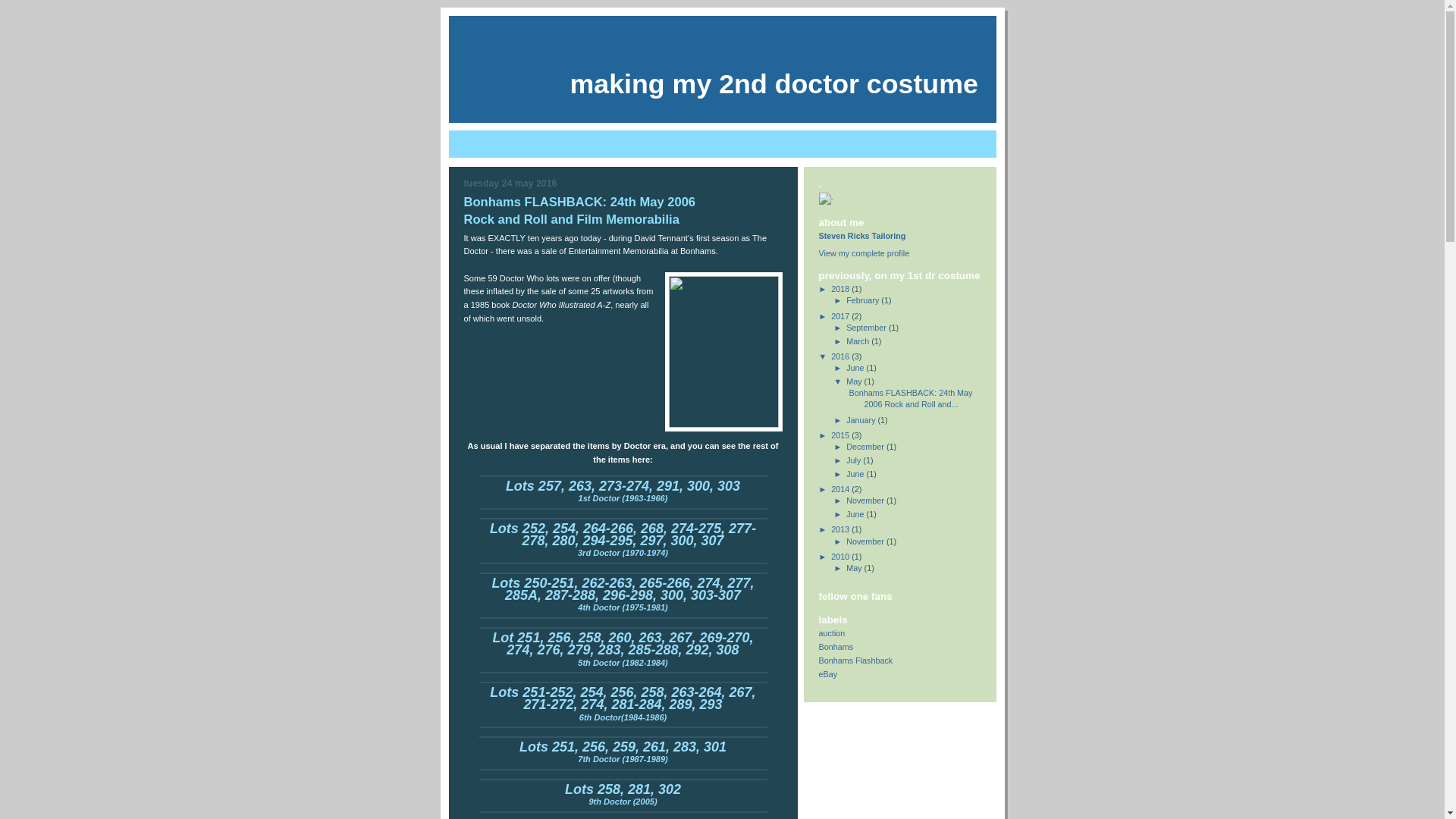 The width and height of the screenshot is (1456, 819). Describe the element at coordinates (836, 646) in the screenshot. I see `'Bonhams'` at that location.